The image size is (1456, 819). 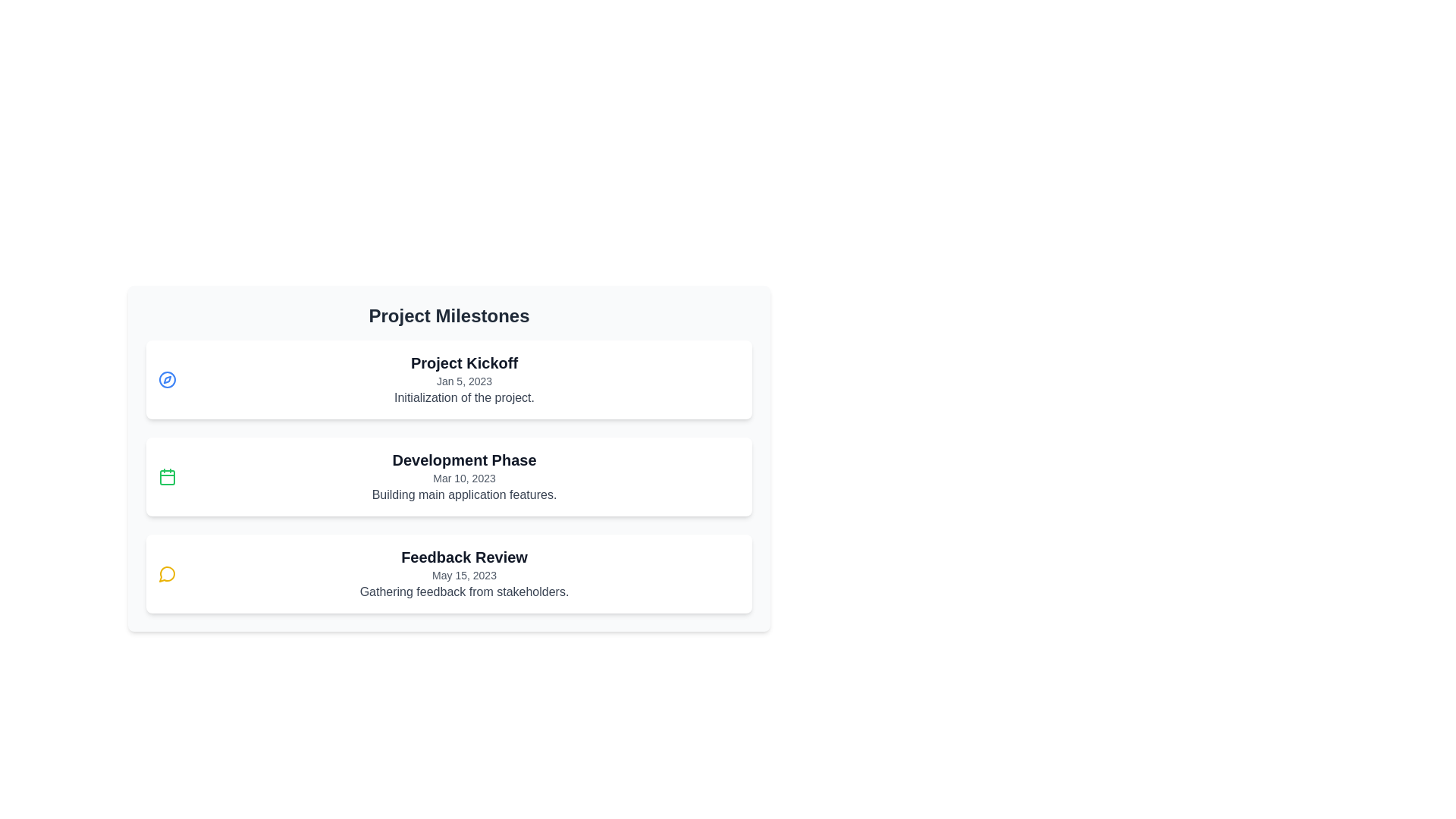 What do you see at coordinates (463, 379) in the screenshot?
I see `the text block titled 'Project Kickoff' to focus on it` at bounding box center [463, 379].